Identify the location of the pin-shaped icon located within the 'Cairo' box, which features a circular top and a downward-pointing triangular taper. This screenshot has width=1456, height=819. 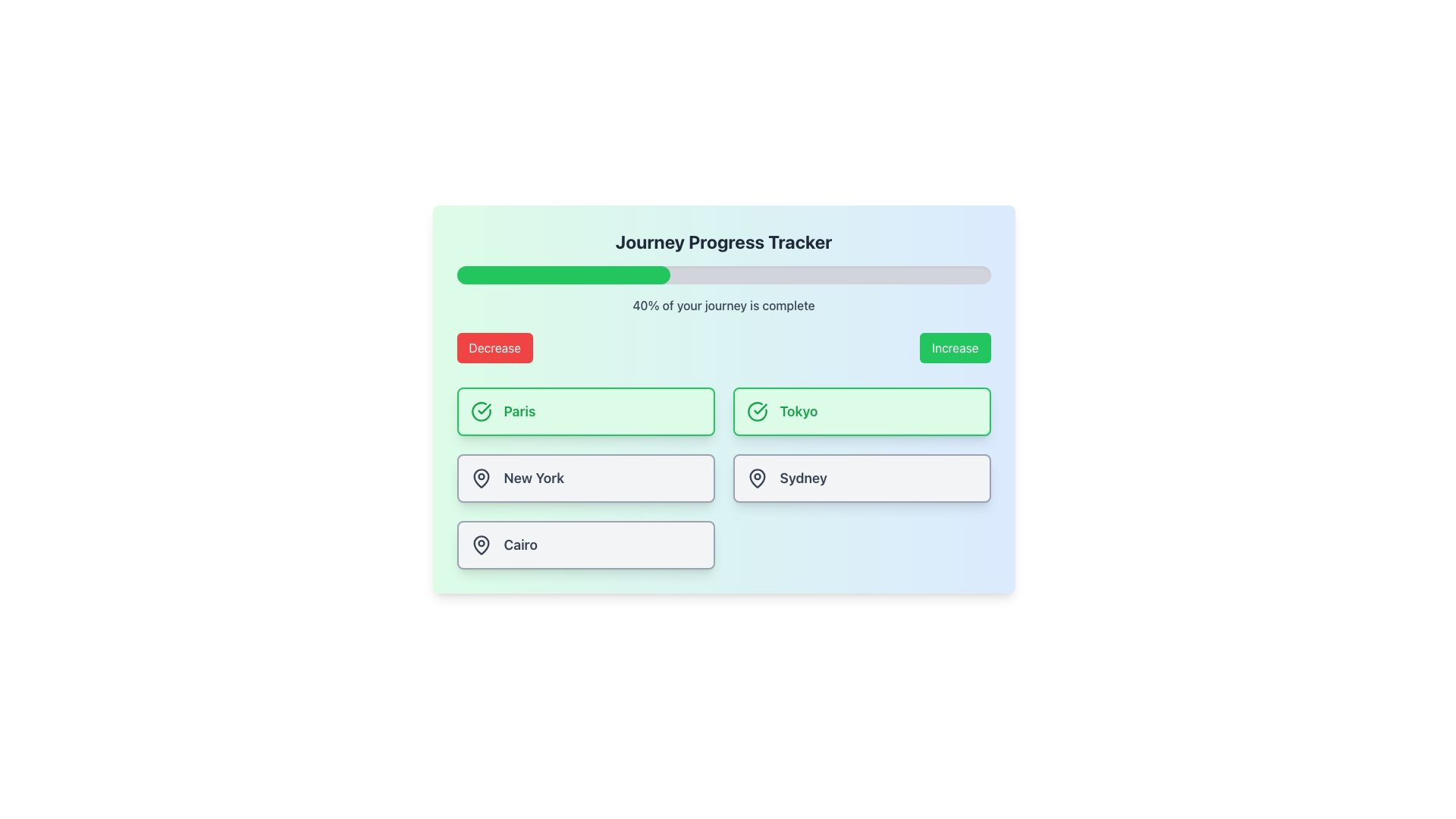
(480, 544).